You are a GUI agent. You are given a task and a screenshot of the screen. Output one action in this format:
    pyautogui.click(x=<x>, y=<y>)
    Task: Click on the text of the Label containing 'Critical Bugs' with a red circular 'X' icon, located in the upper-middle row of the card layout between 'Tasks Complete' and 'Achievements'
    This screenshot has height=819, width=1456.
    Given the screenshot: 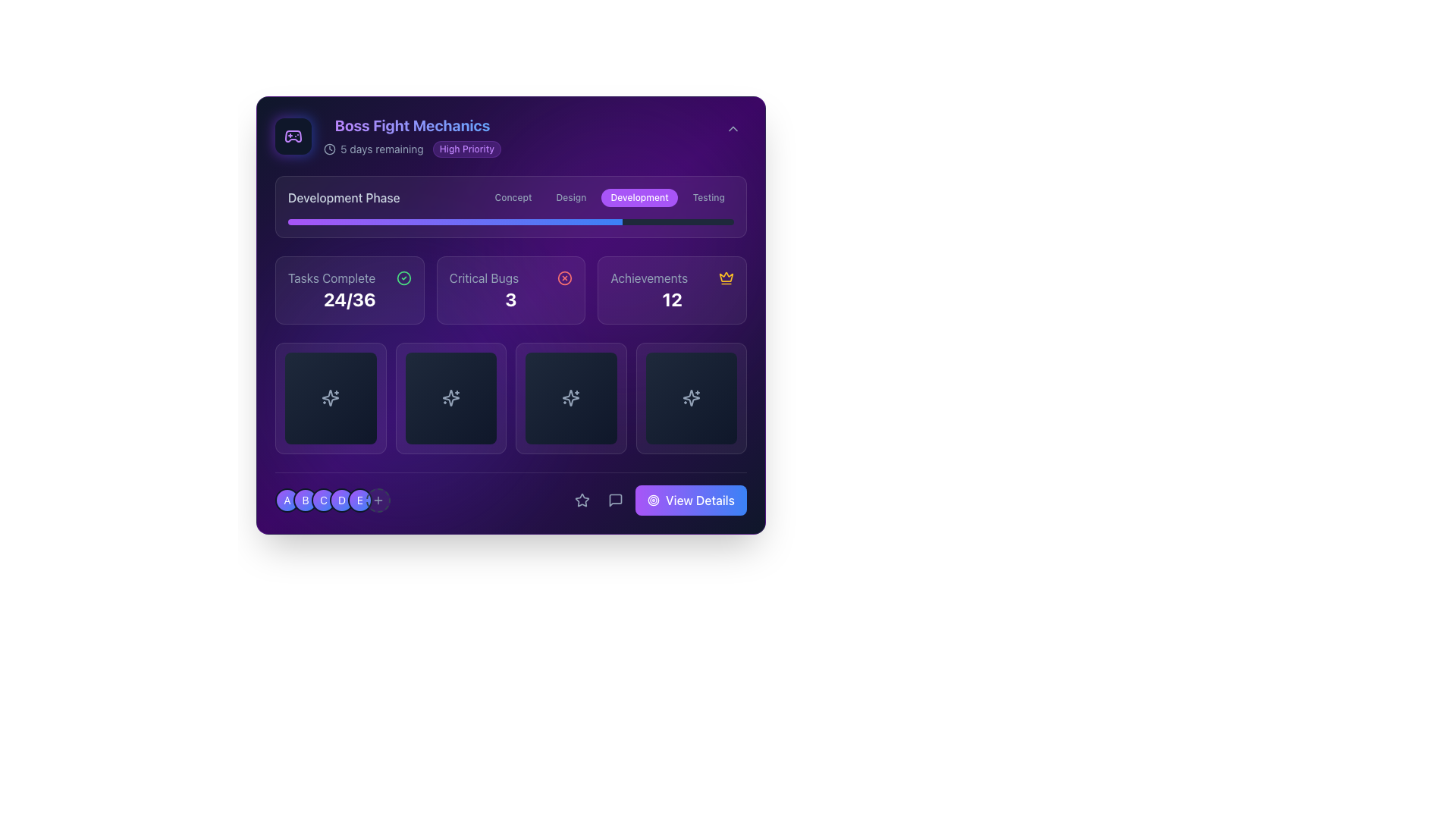 What is the action you would take?
    pyautogui.click(x=510, y=278)
    